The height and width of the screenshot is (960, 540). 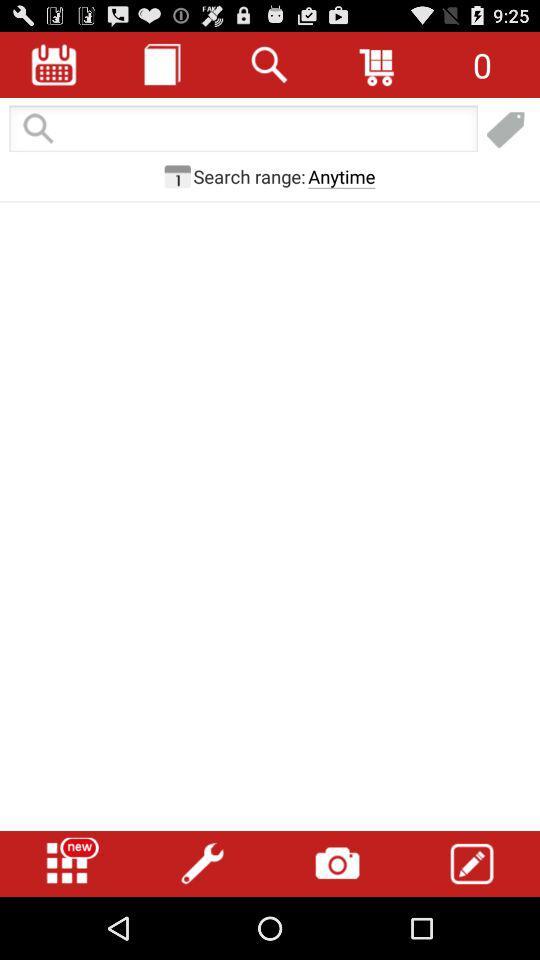 I want to click on journal entries, so click(x=161, y=64).